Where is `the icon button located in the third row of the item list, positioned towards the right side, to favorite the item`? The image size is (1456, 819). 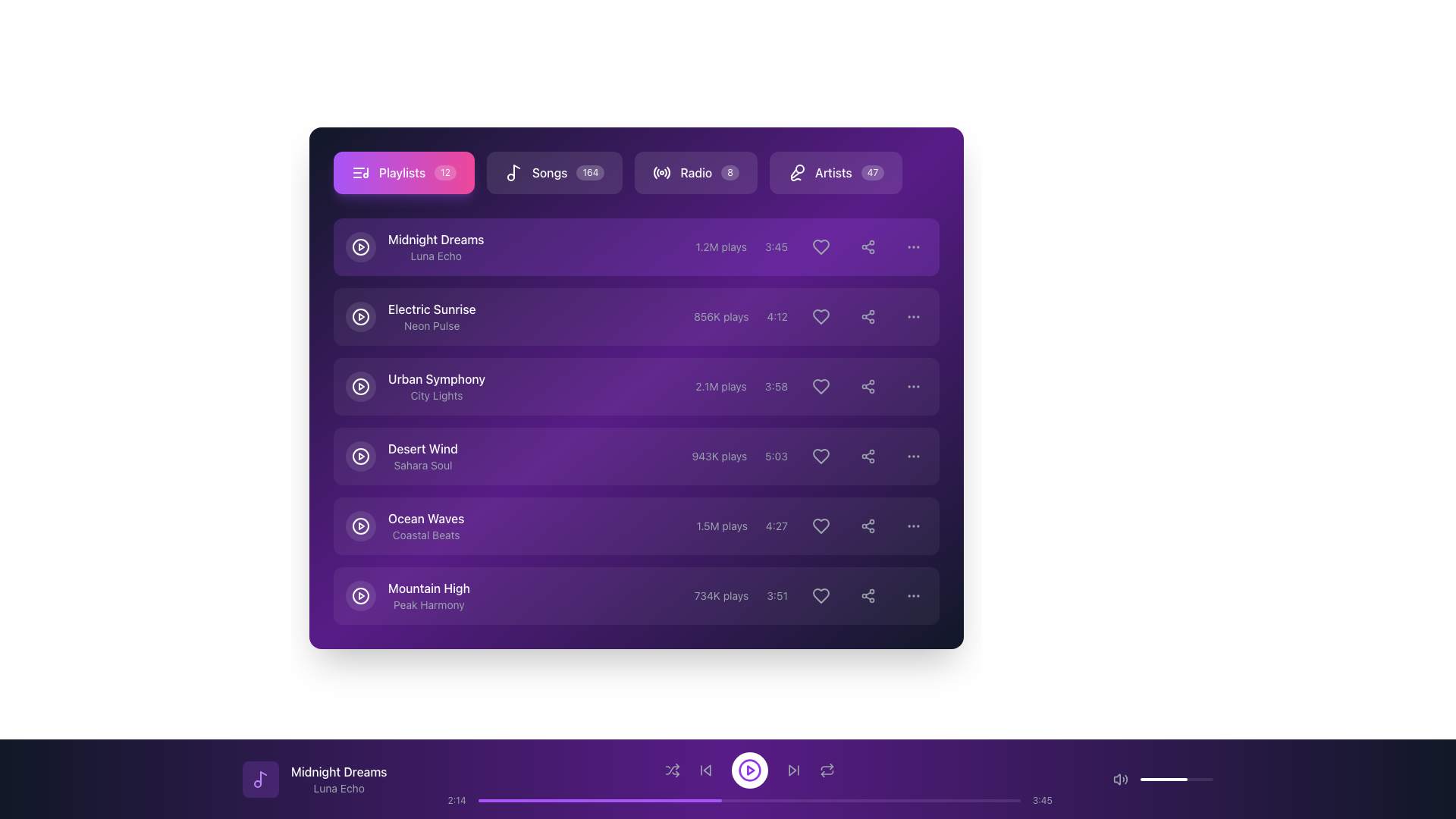 the icon button located in the third row of the item list, positioned towards the right side, to favorite the item is located at coordinates (821, 385).